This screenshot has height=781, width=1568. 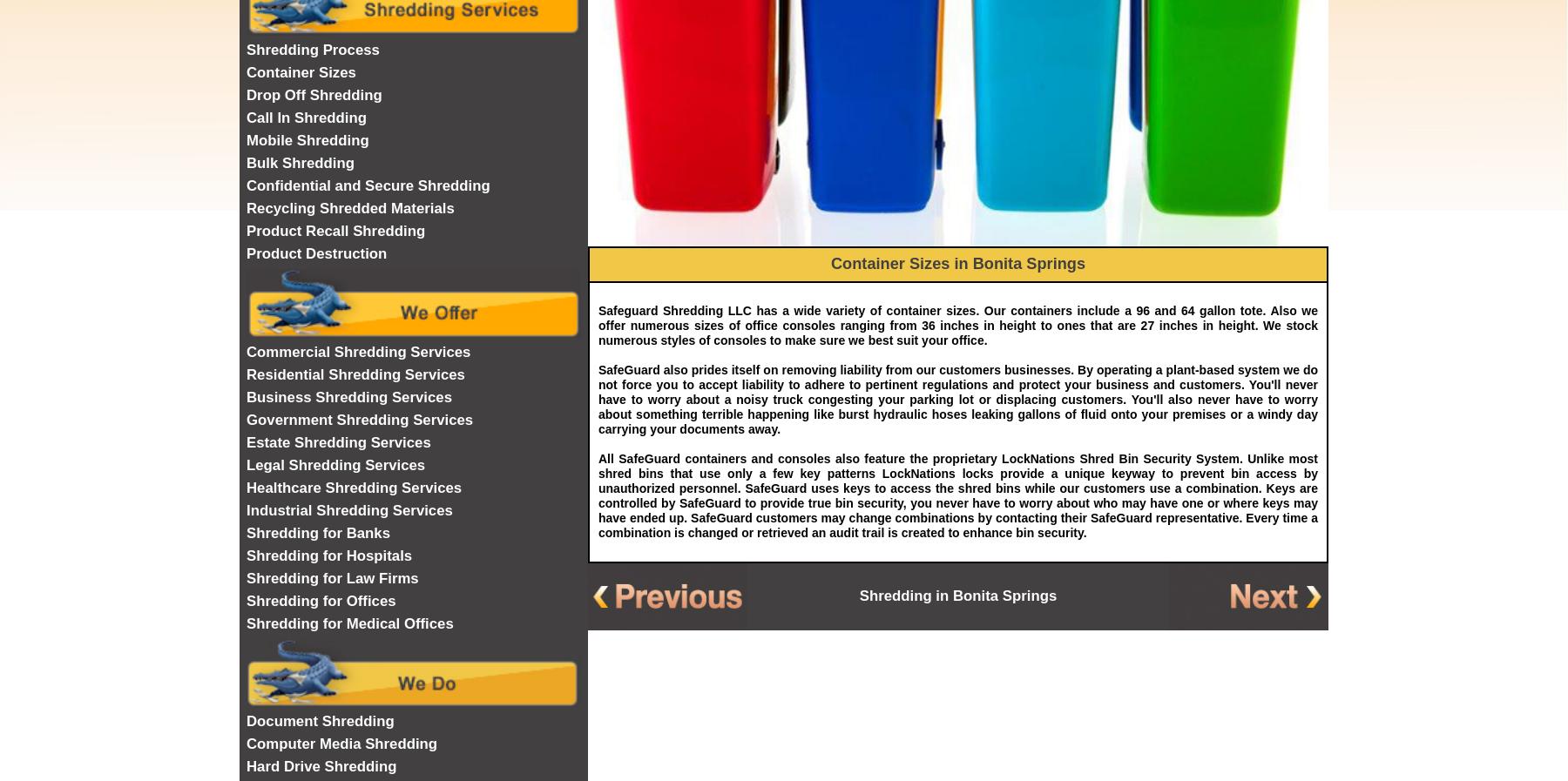 What do you see at coordinates (335, 464) in the screenshot?
I see `'Legal Shredding Services'` at bounding box center [335, 464].